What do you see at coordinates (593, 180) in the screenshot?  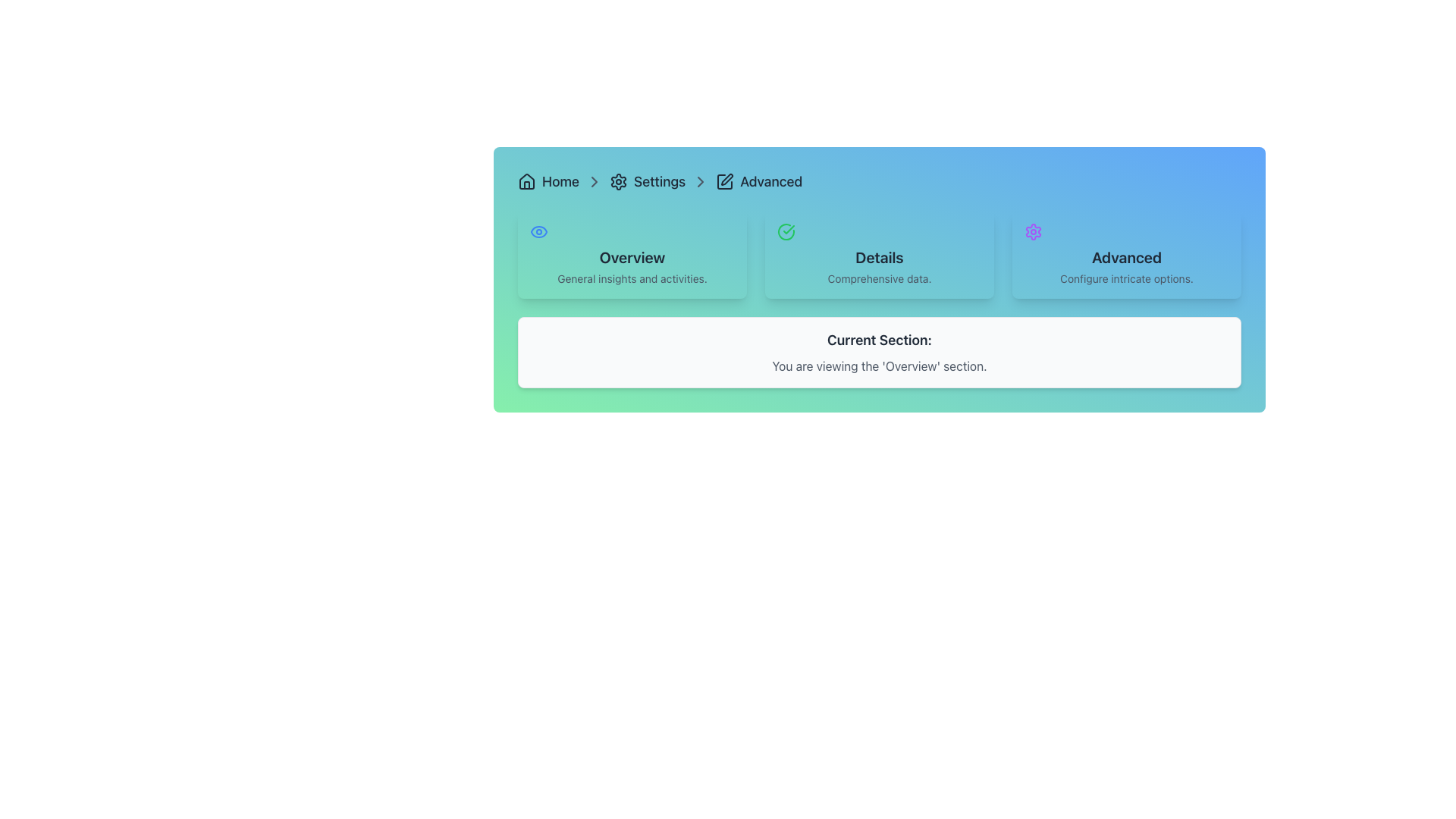 I see `the right-pointing chevron icon in the horizontal breadcrumb navigation bar` at bounding box center [593, 180].